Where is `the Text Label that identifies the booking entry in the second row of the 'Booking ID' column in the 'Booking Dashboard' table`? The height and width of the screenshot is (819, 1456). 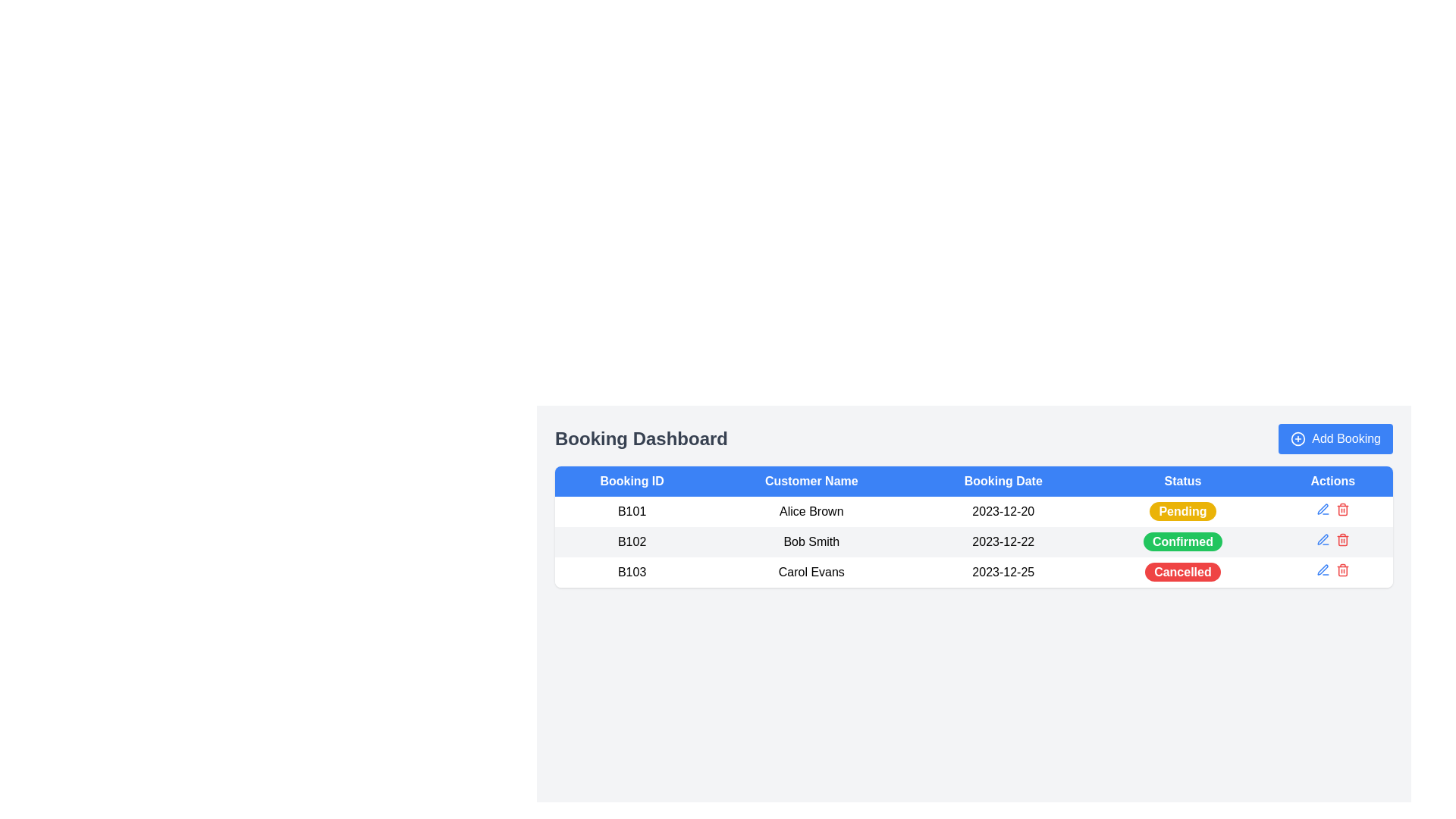
the Text Label that identifies the booking entry in the second row of the 'Booking ID' column in the 'Booking Dashboard' table is located at coordinates (632, 541).